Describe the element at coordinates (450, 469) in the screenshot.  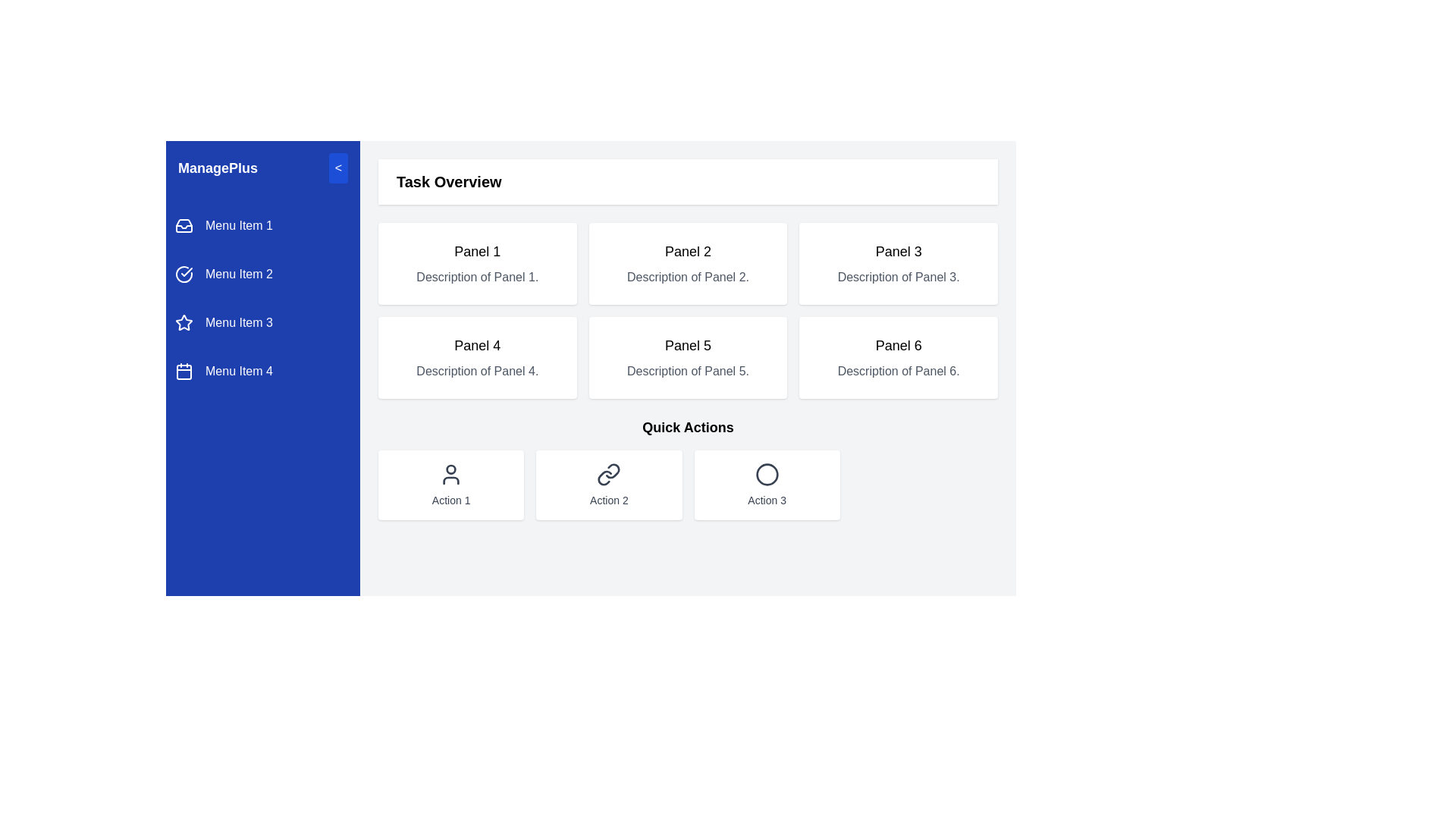
I see `the decorative graphical SVG circle element representing the user's head in the user-profile icon, located above the text label 'Action 1' in the 'Quick Actions' section` at that location.